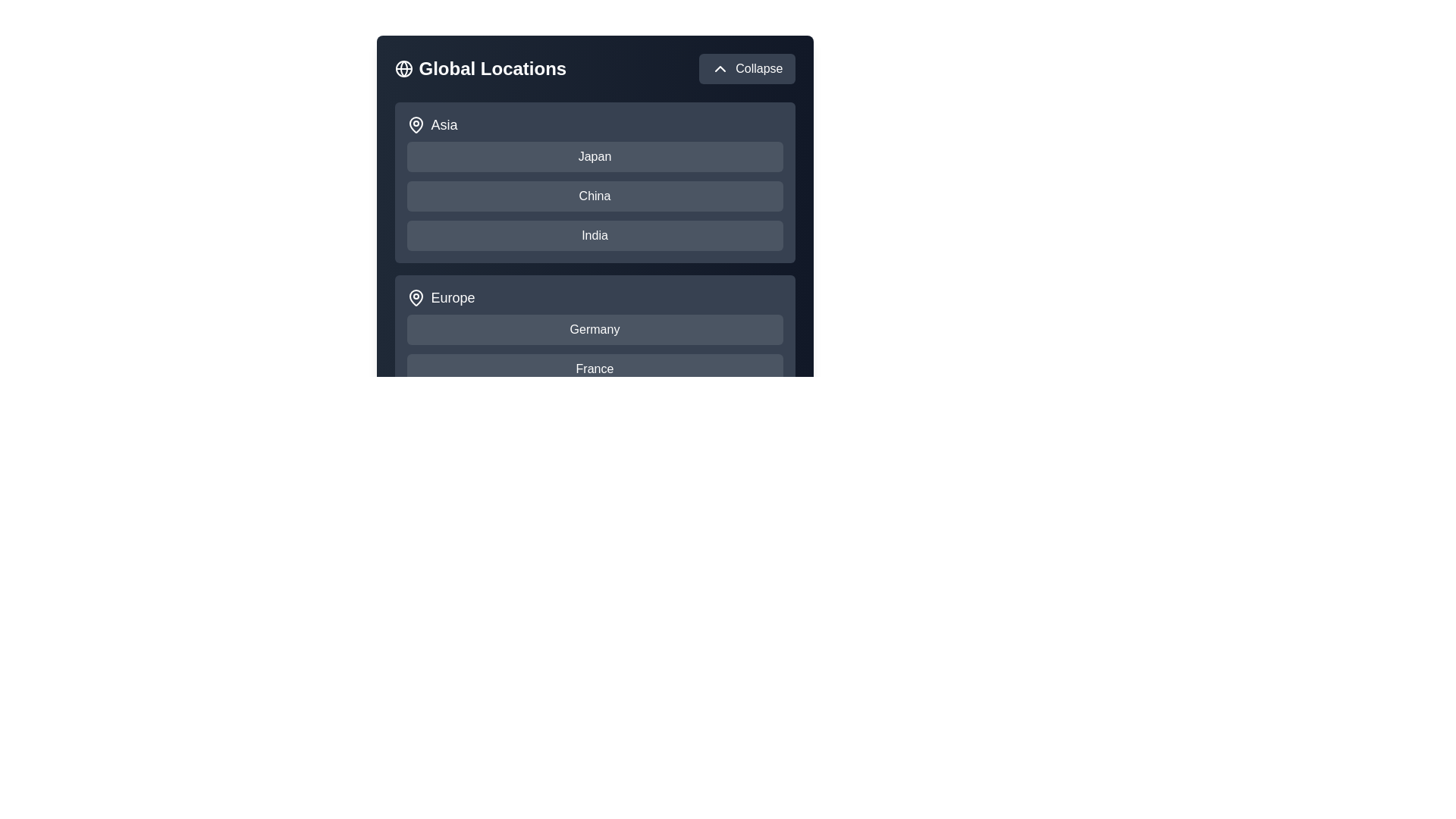 The height and width of the screenshot is (819, 1456). I want to click on the country India to select it, so click(594, 236).